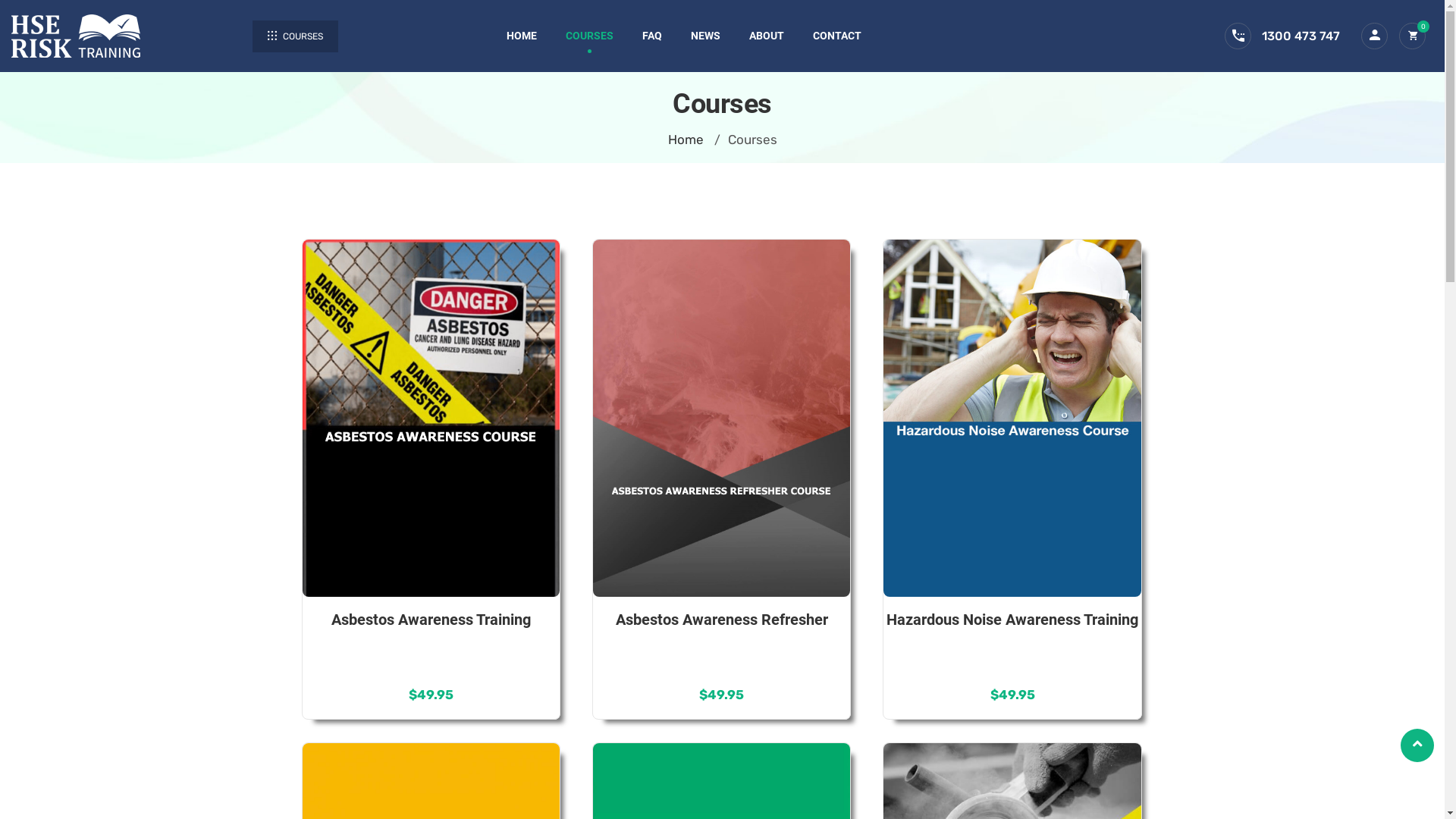  What do you see at coordinates (684, 140) in the screenshot?
I see `'Home'` at bounding box center [684, 140].